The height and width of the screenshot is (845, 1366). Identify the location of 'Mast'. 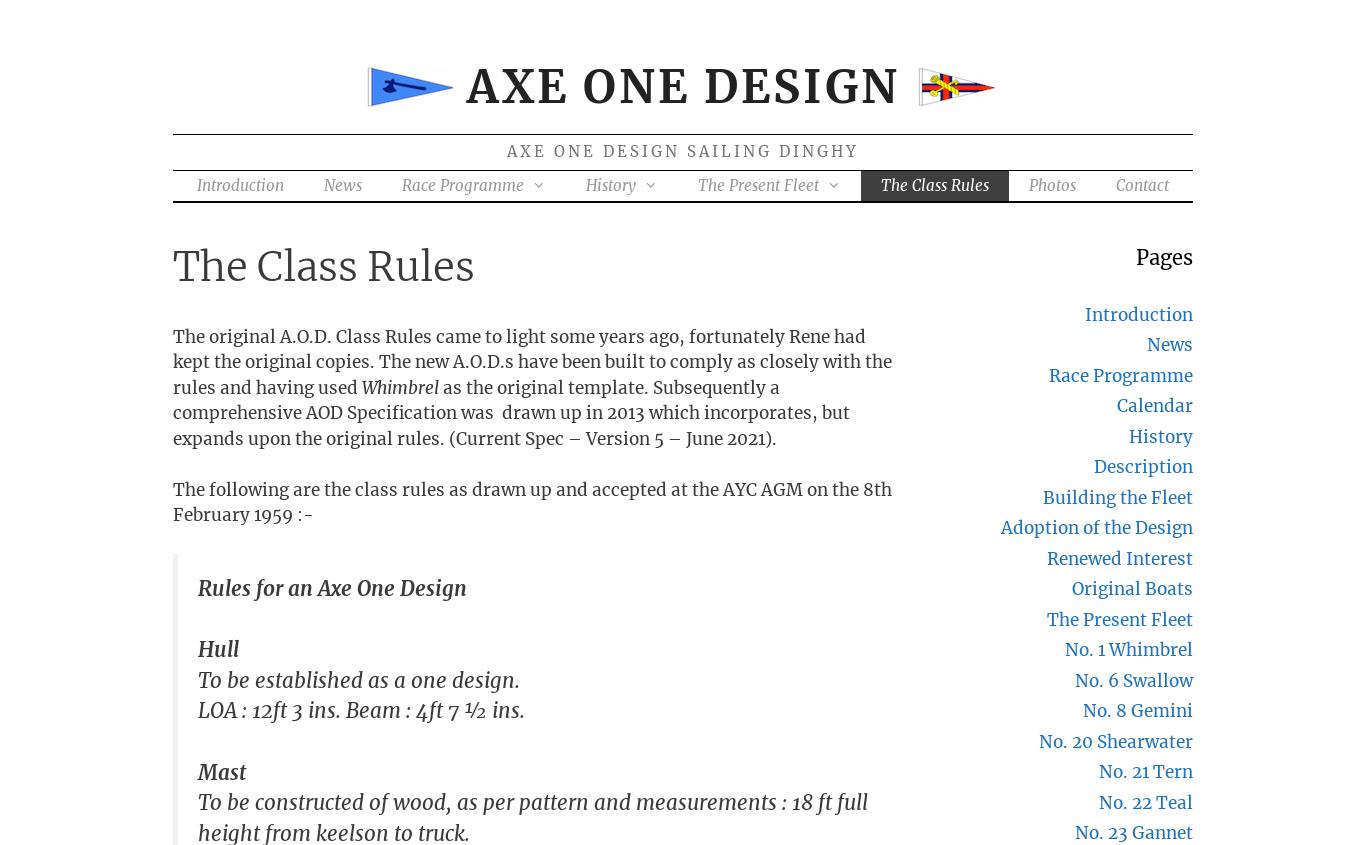
(220, 771).